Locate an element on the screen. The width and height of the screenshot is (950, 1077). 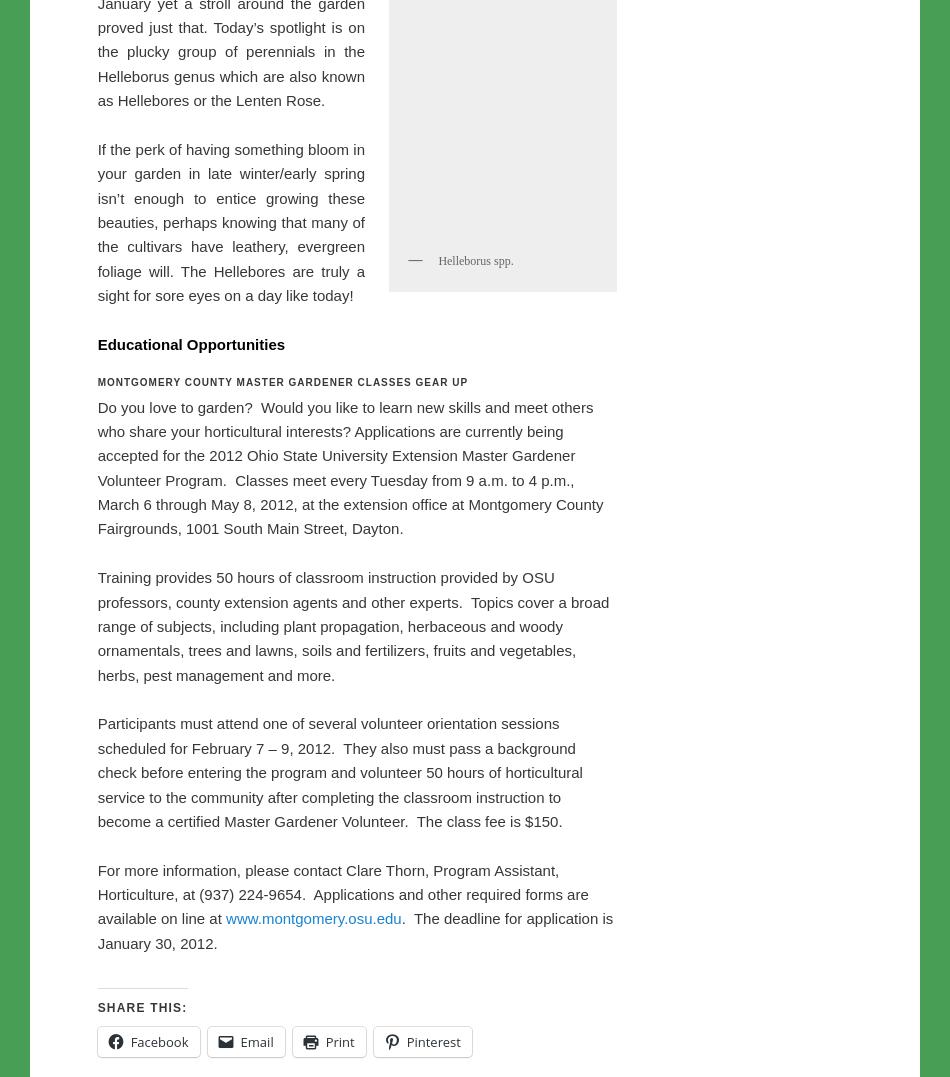
'gardening' is located at coordinates (96, 173).